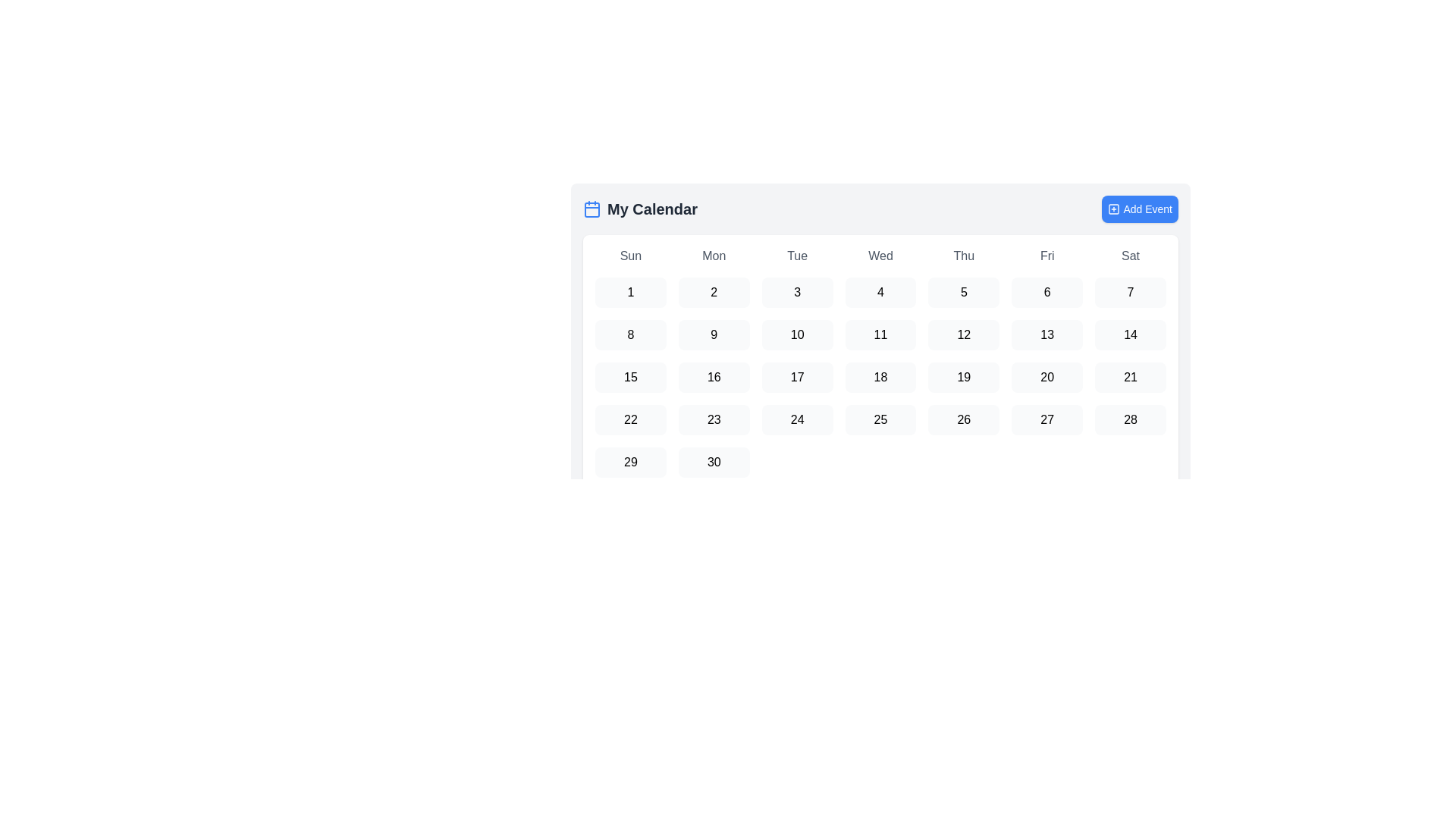 This screenshot has width=1456, height=819. I want to click on the calendar day cell displaying the number '29', so click(630, 461).